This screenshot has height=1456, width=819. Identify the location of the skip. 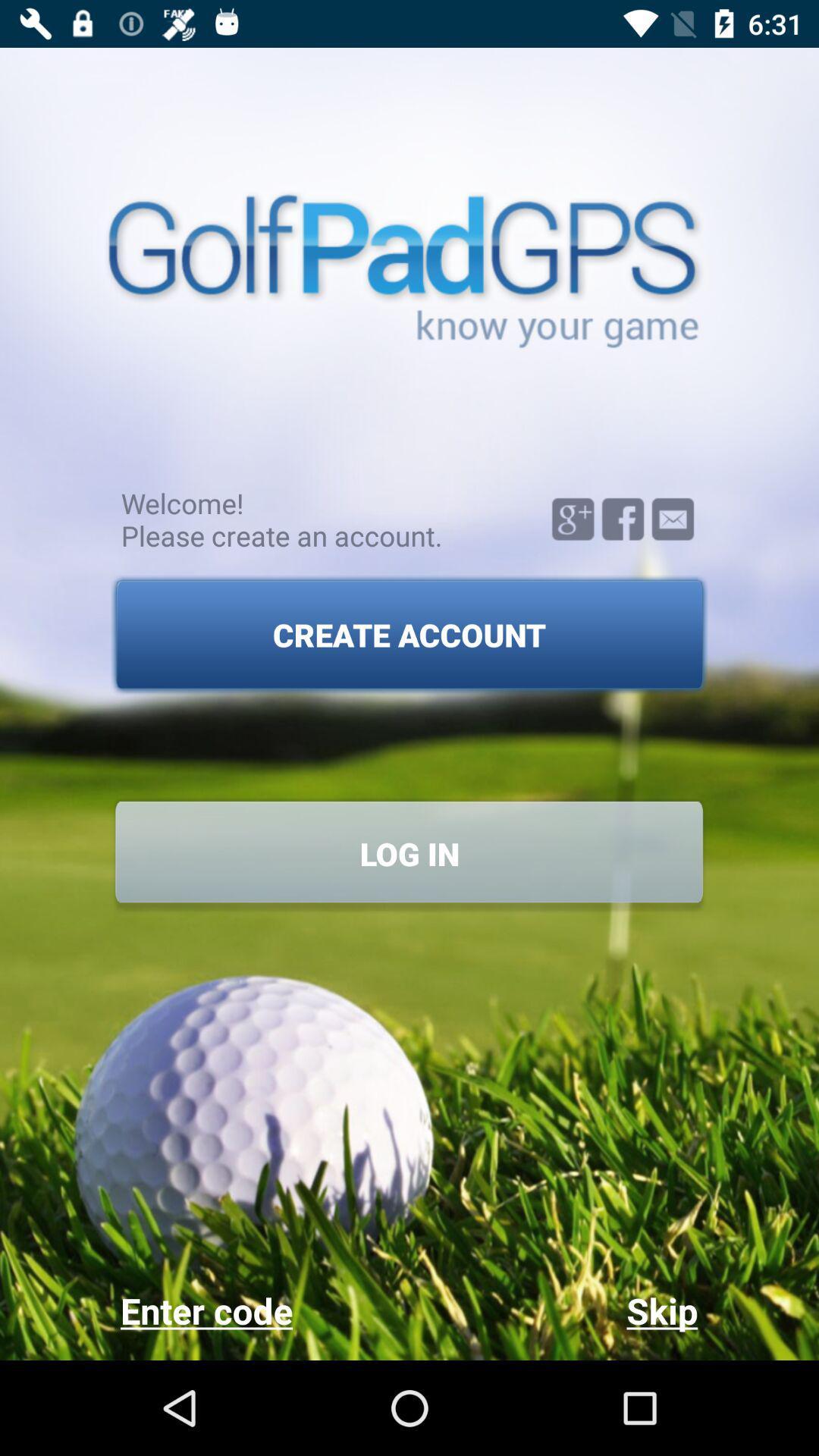
(553, 1310).